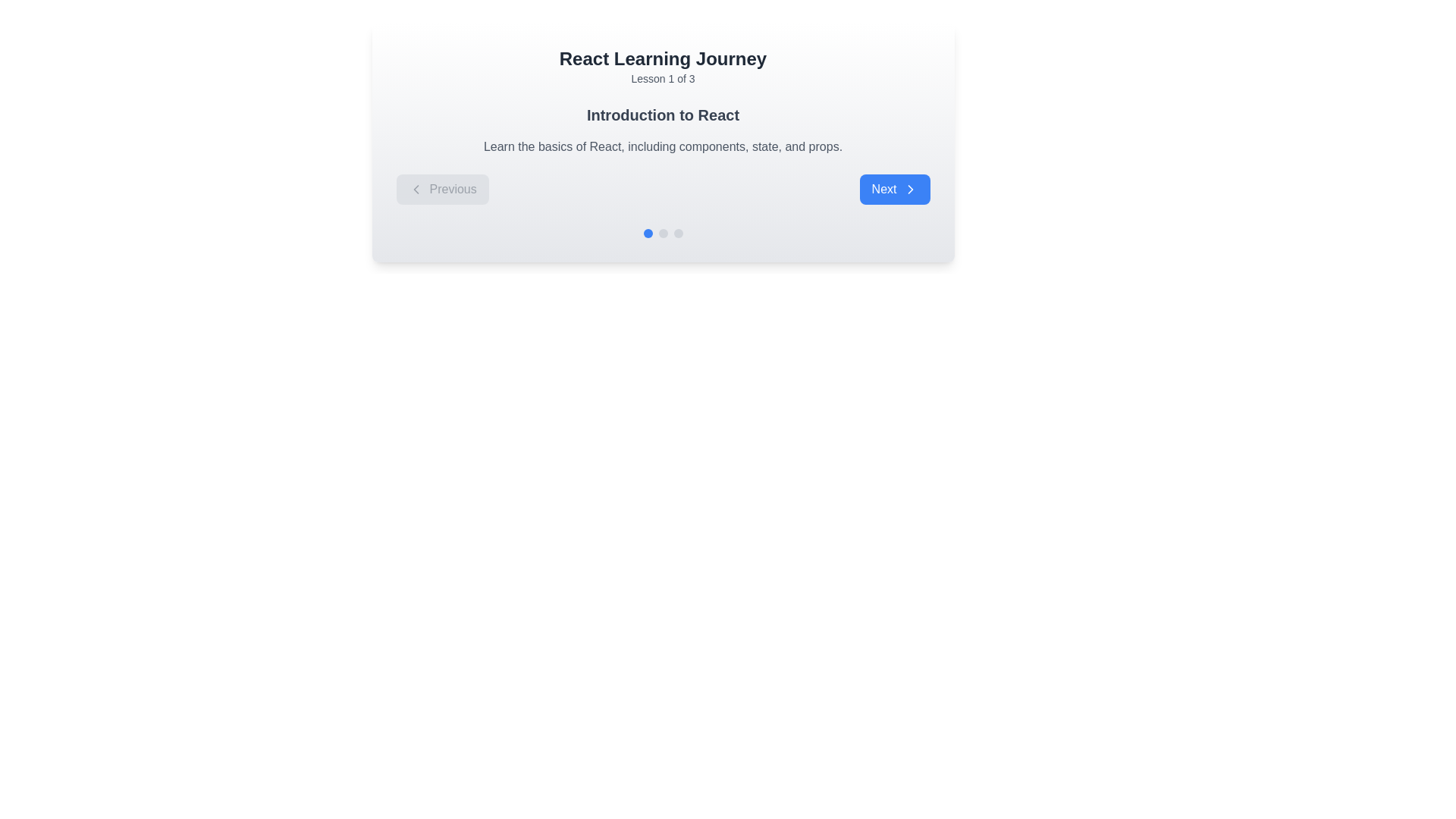  I want to click on the second circular progress indicator, which is visually represented as the middle element in the sequence of three indicators, with a blue indicator on the left and a gray indicator on the right, so click(663, 234).